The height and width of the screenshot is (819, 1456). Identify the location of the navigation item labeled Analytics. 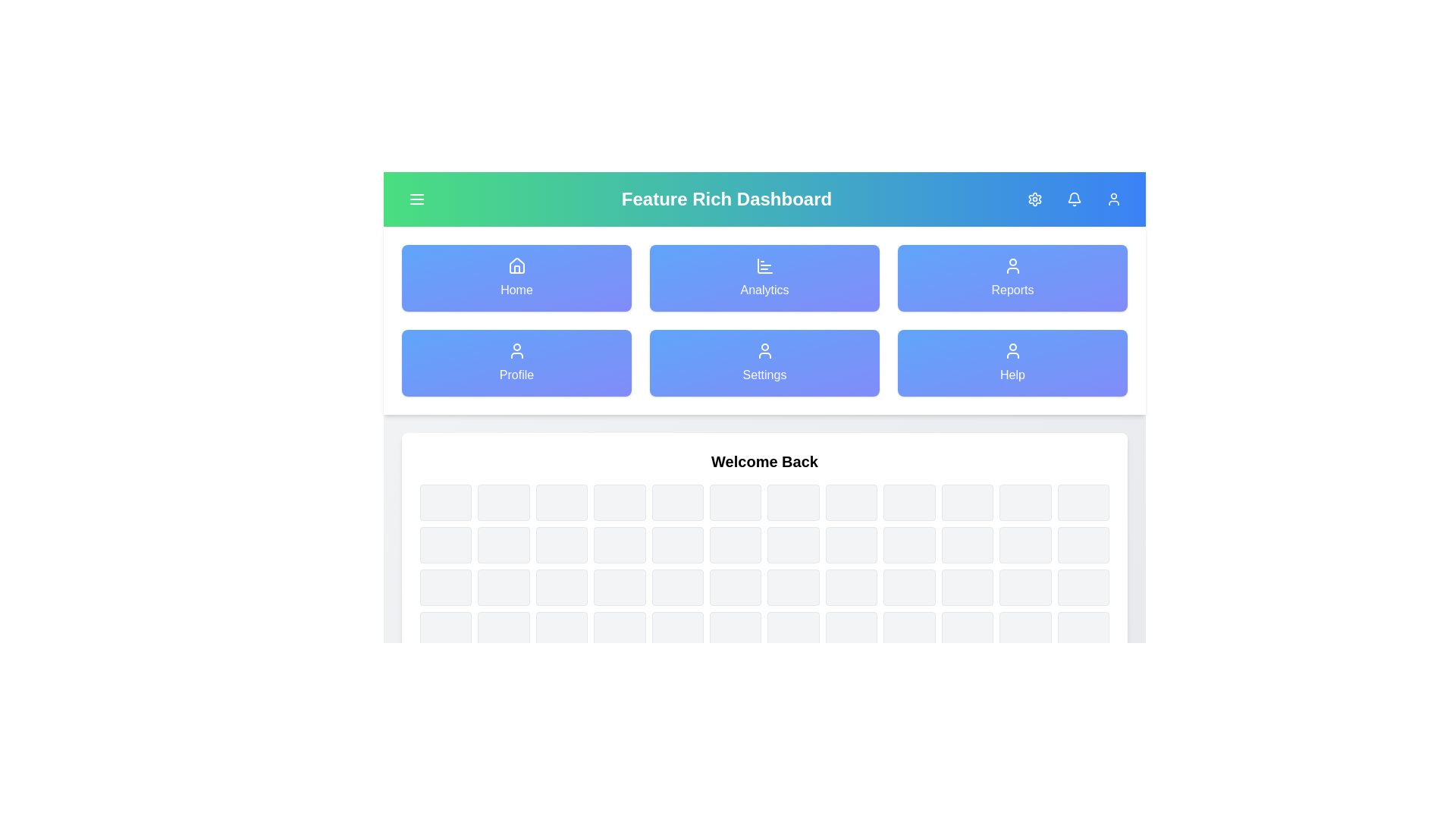
(764, 278).